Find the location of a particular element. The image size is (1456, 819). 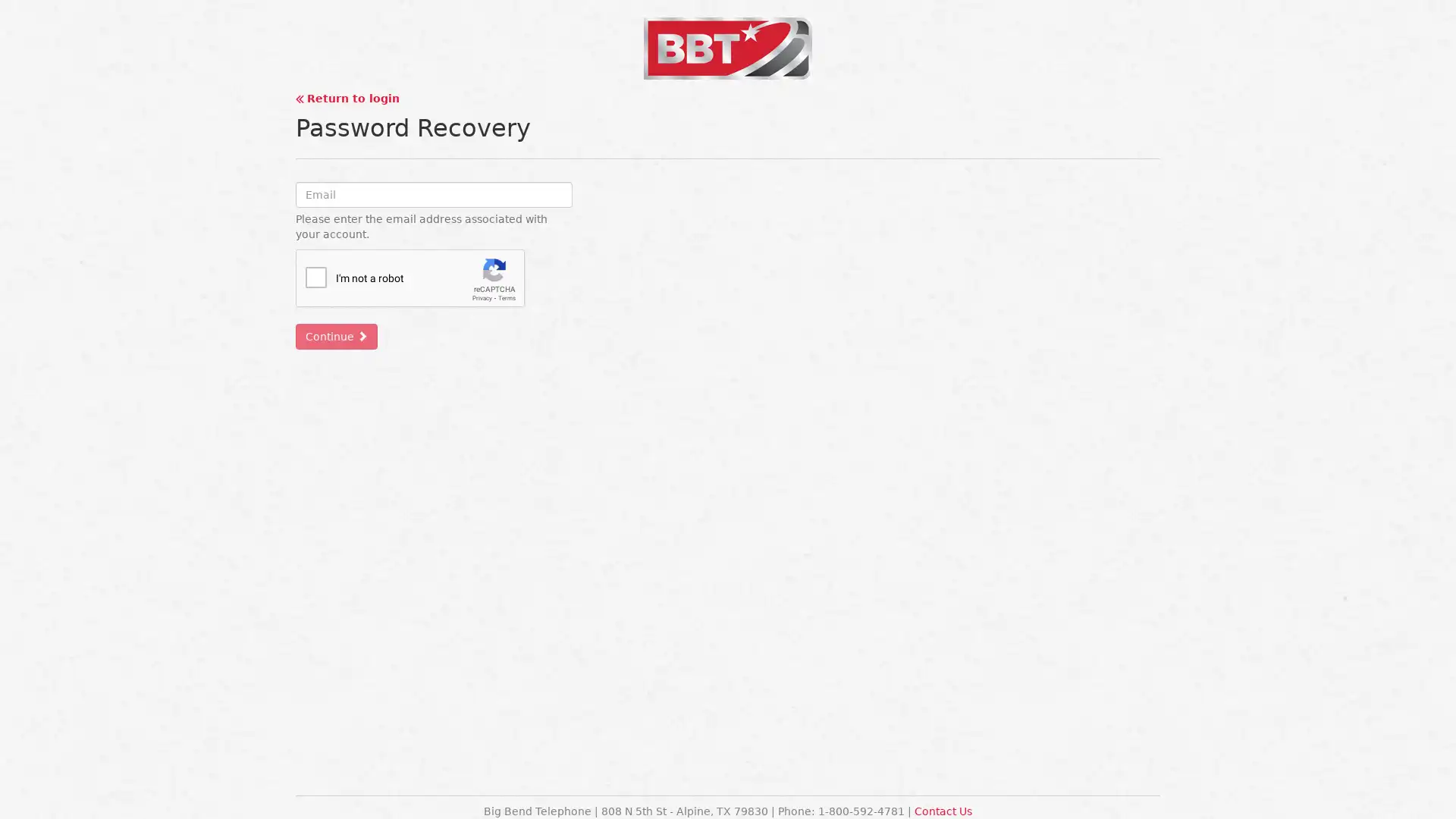

Continue is located at coordinates (336, 335).